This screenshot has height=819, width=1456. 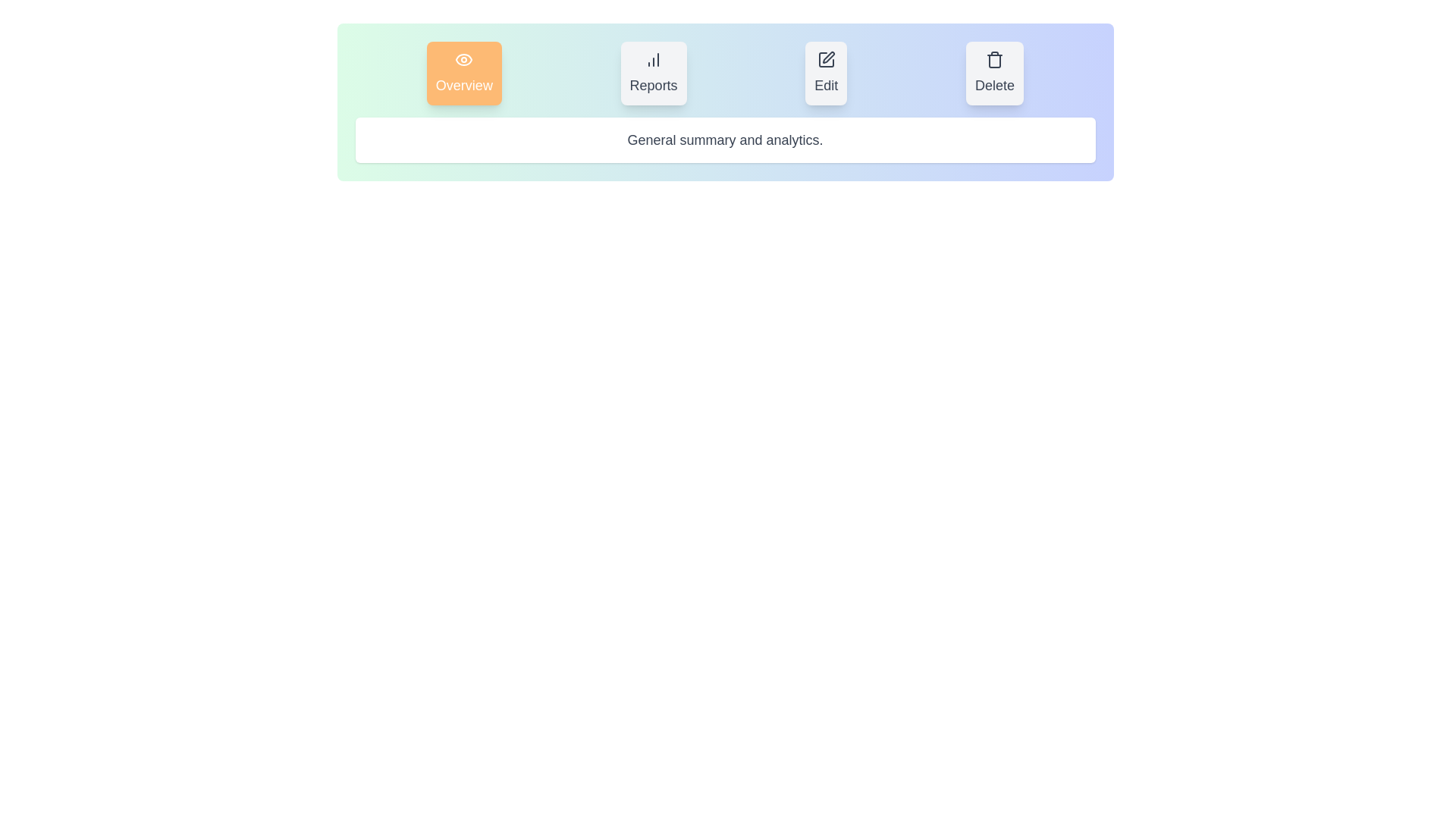 I want to click on the Reports tab to view its content, so click(x=654, y=73).